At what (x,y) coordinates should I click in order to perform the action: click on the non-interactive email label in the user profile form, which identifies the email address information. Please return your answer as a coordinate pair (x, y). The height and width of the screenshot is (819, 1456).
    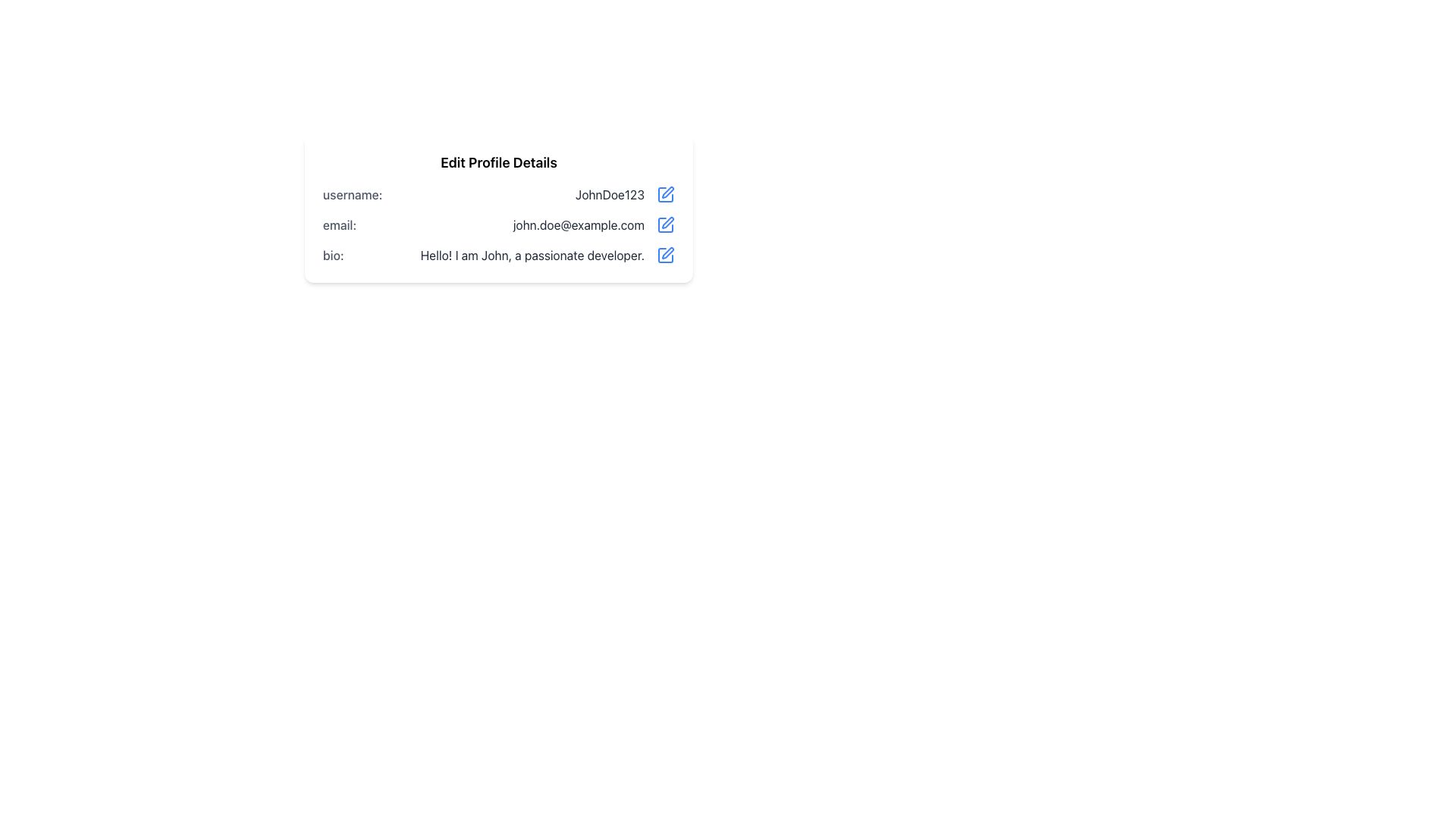
    Looking at the image, I should click on (339, 225).